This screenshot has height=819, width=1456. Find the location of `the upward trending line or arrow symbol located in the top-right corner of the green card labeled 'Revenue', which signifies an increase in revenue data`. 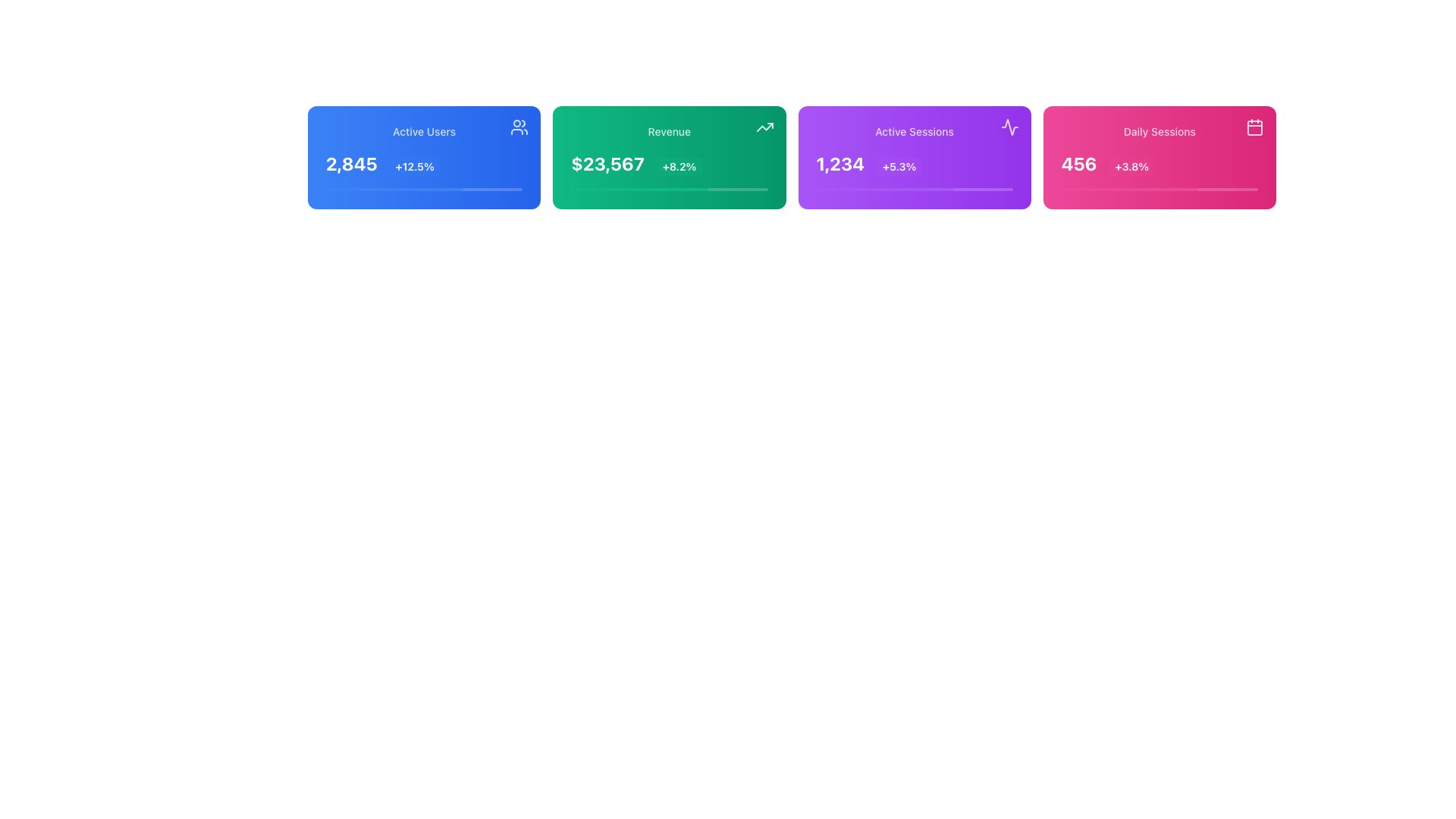

the upward trending line or arrow symbol located in the top-right corner of the green card labeled 'Revenue', which signifies an increase in revenue data is located at coordinates (764, 127).